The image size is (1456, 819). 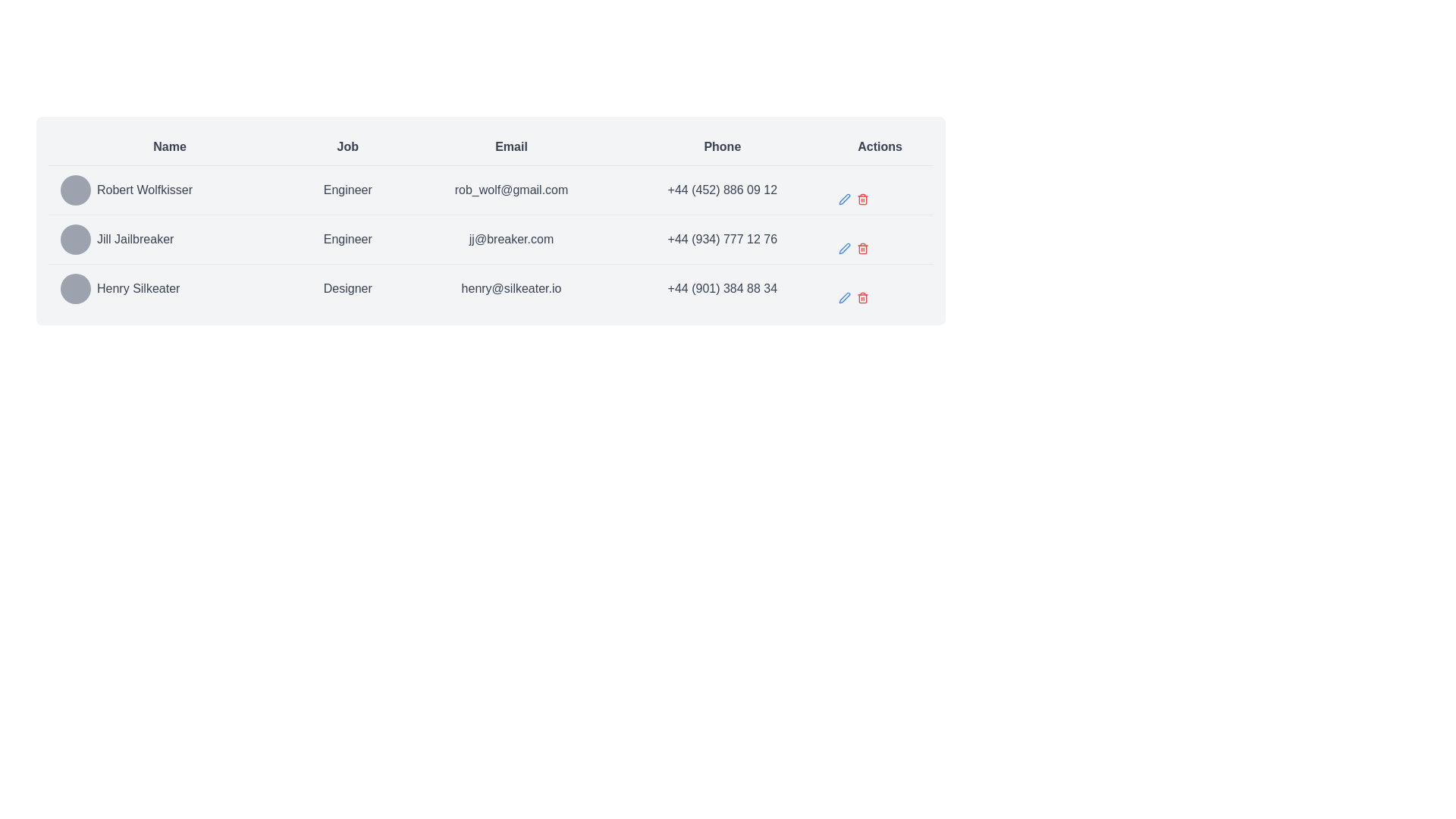 What do you see at coordinates (491, 189) in the screenshot?
I see `the first row of the user details table to view the context menu` at bounding box center [491, 189].